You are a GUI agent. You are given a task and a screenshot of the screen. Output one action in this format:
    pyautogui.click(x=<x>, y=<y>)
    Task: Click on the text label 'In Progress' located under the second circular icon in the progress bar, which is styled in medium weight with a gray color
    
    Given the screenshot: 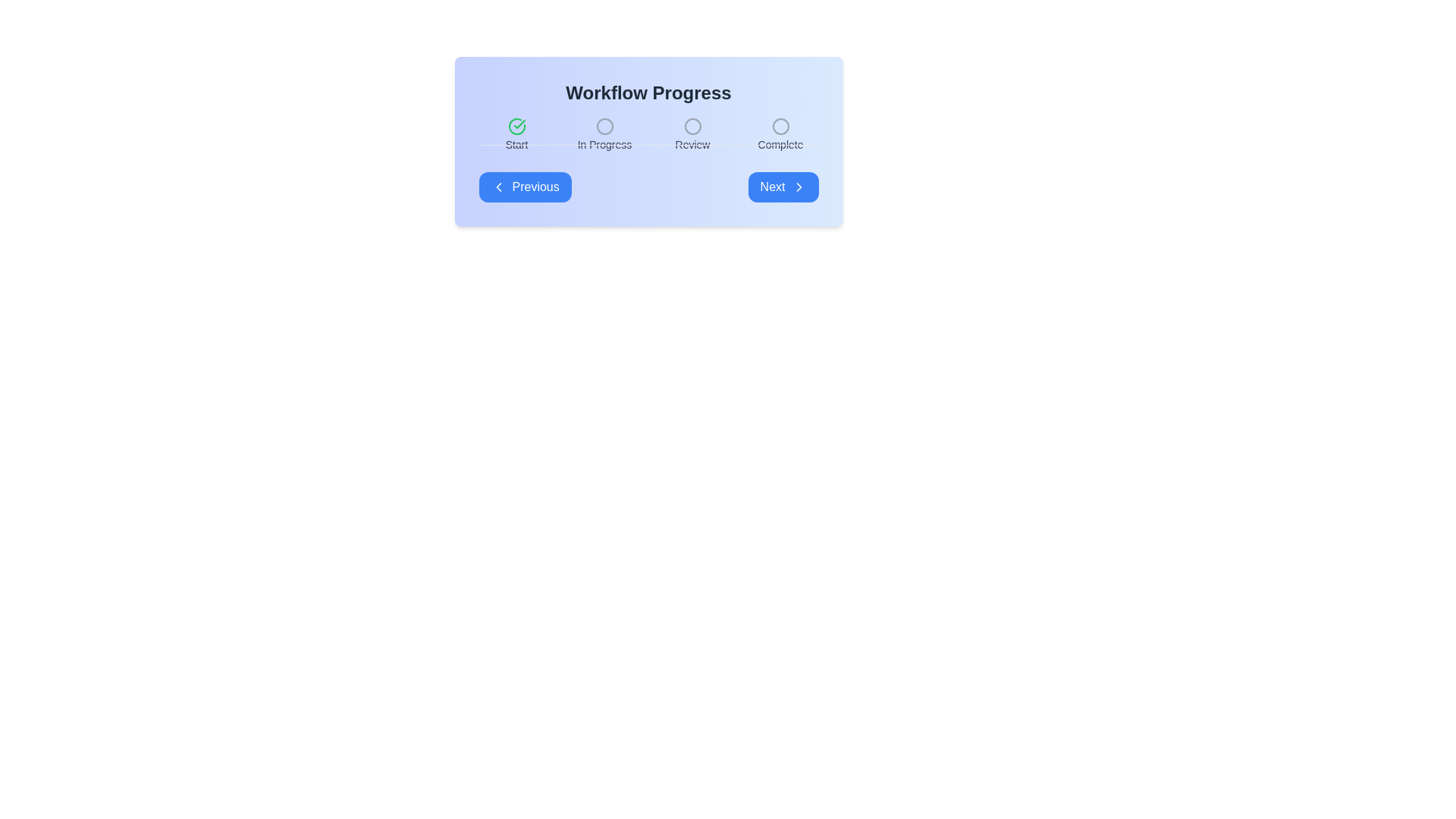 What is the action you would take?
    pyautogui.click(x=604, y=145)
    